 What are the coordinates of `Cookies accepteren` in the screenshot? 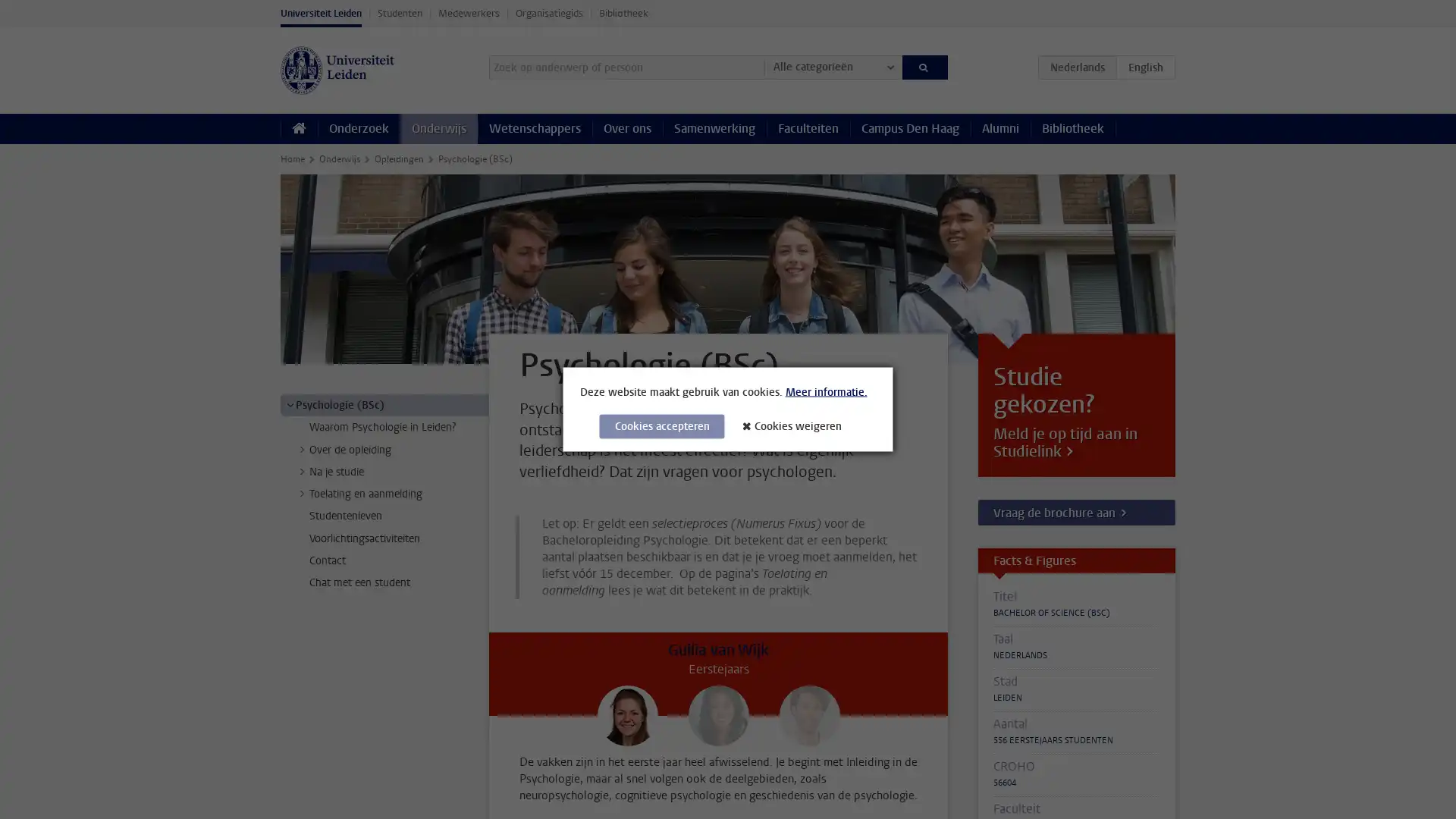 It's located at (661, 426).